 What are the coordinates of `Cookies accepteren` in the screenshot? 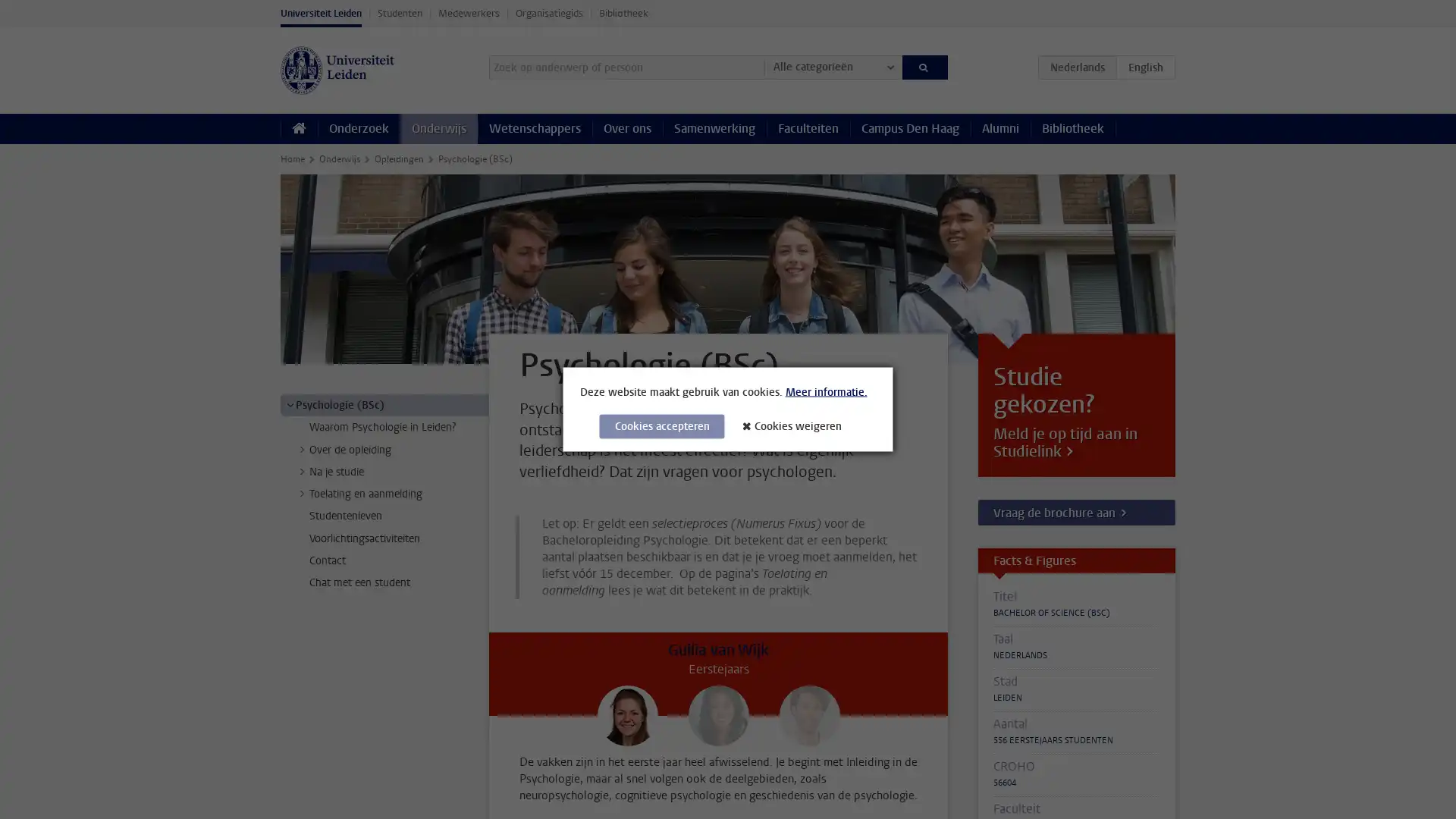 It's located at (661, 426).